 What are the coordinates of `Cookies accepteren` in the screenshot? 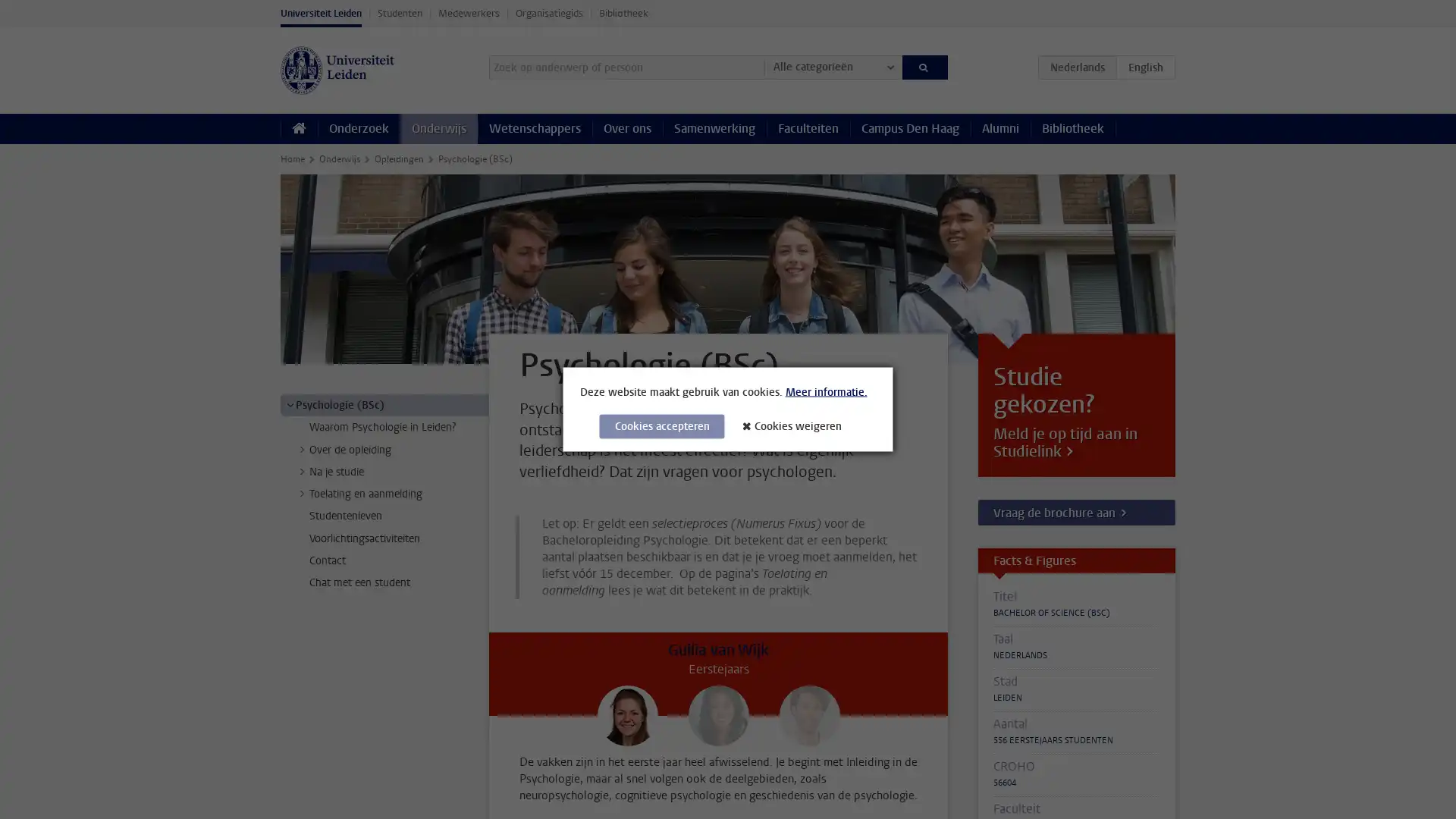 It's located at (661, 426).